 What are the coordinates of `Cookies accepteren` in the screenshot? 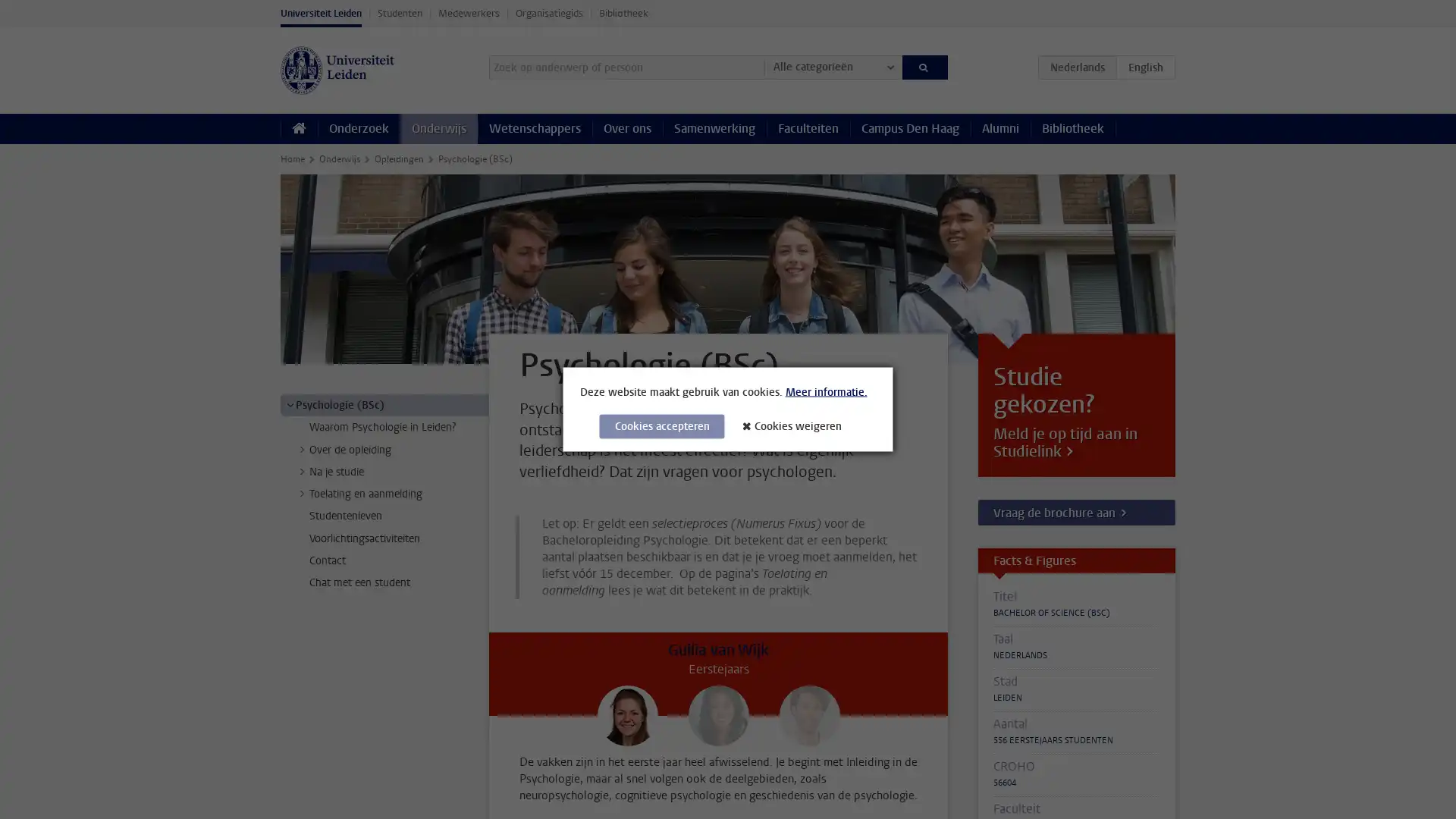 It's located at (661, 426).